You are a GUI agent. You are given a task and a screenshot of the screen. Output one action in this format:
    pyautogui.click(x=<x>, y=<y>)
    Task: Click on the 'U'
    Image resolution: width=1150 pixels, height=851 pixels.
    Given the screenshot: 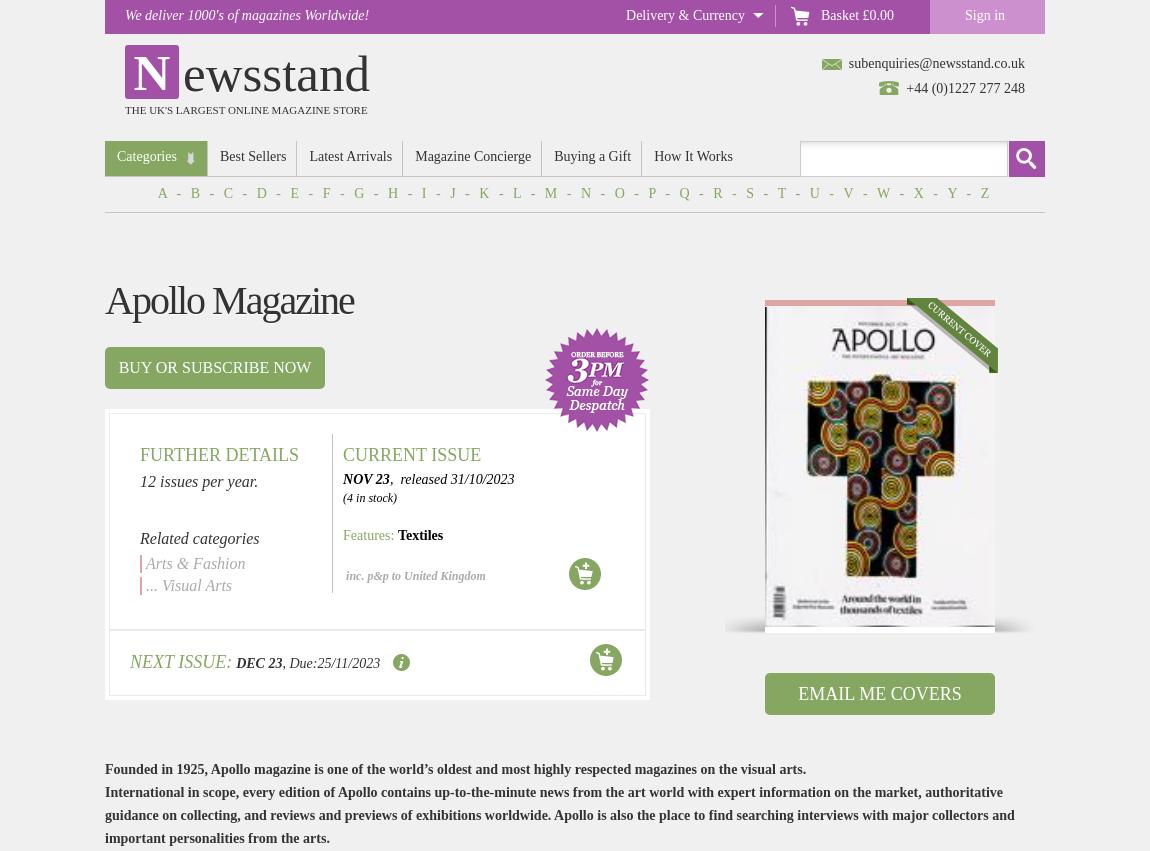 What is the action you would take?
    pyautogui.click(x=814, y=192)
    